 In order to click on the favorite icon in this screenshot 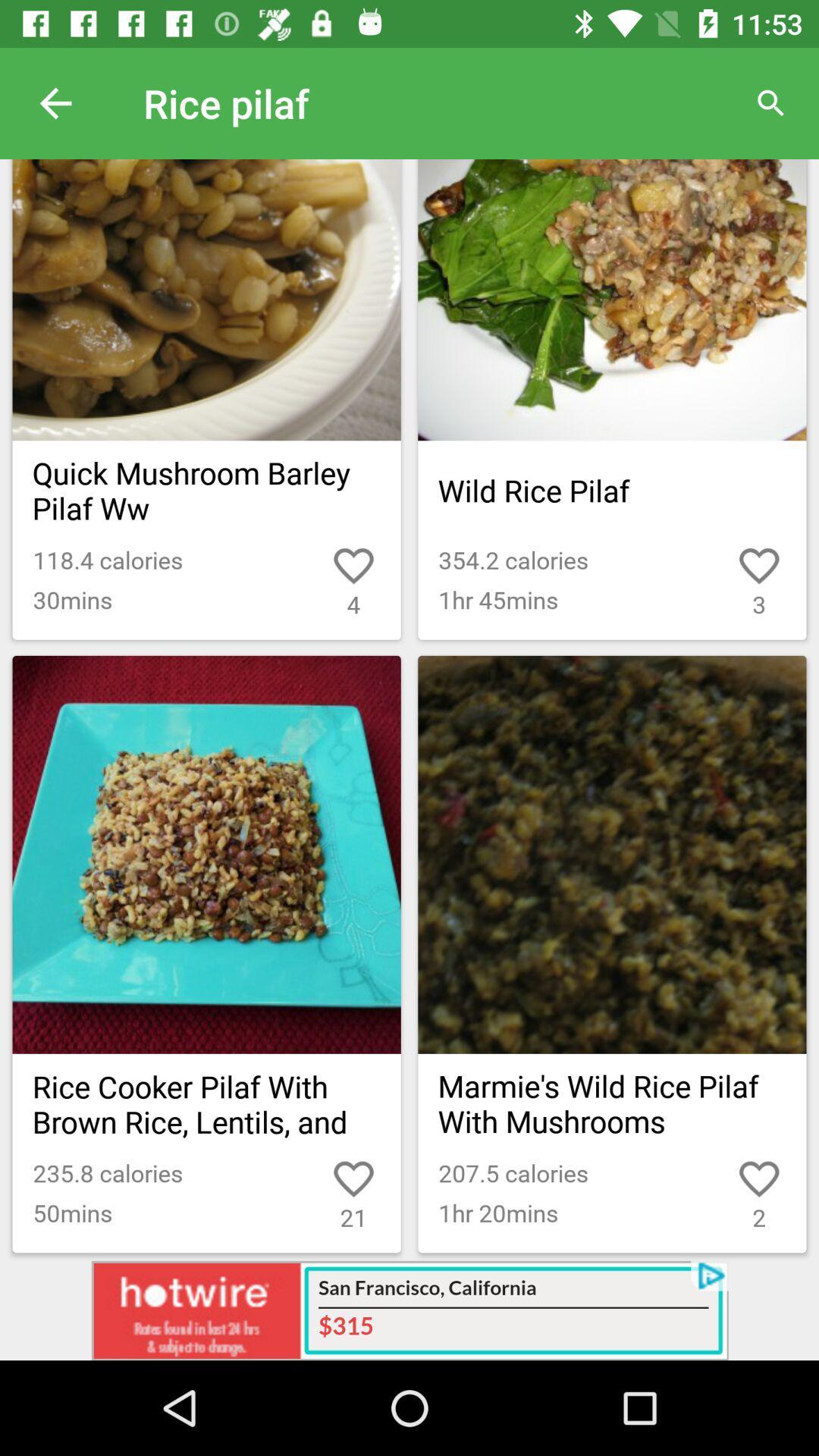, I will do `click(724, 1166)`.